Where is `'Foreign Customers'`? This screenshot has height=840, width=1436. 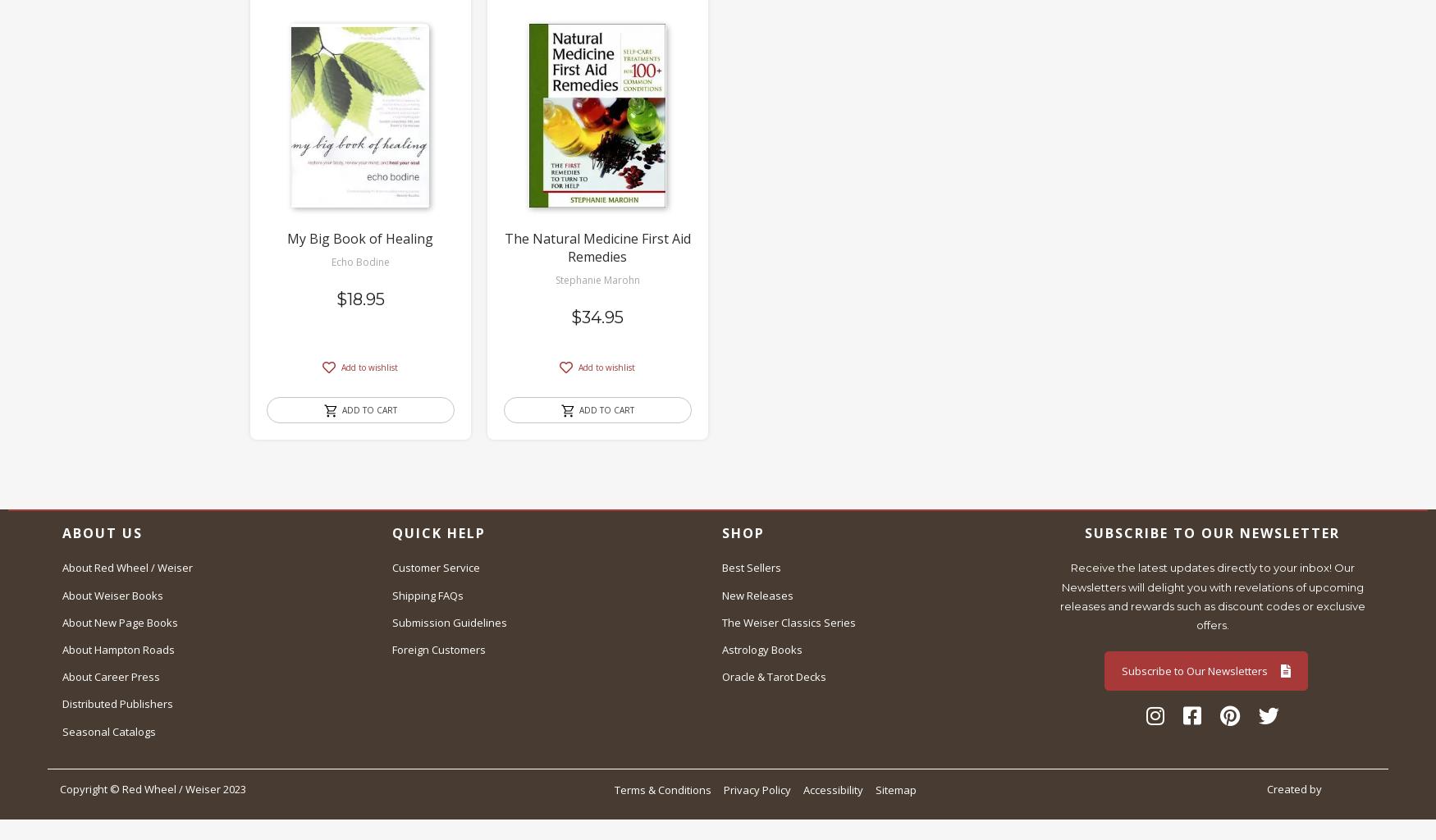
'Foreign Customers' is located at coordinates (391, 649).